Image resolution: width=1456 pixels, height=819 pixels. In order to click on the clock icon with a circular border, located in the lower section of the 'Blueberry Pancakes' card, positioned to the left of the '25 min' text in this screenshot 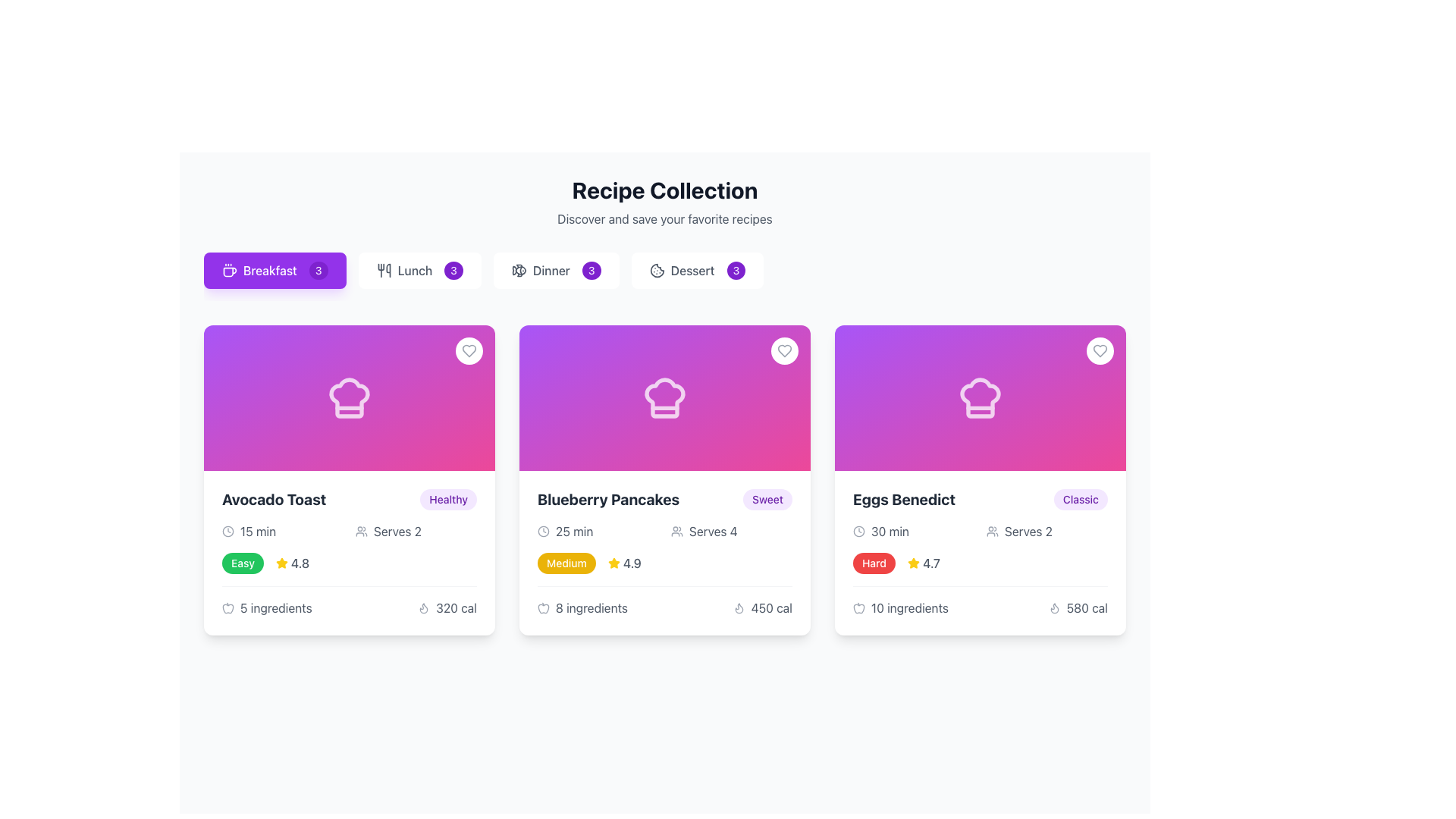, I will do `click(543, 531)`.